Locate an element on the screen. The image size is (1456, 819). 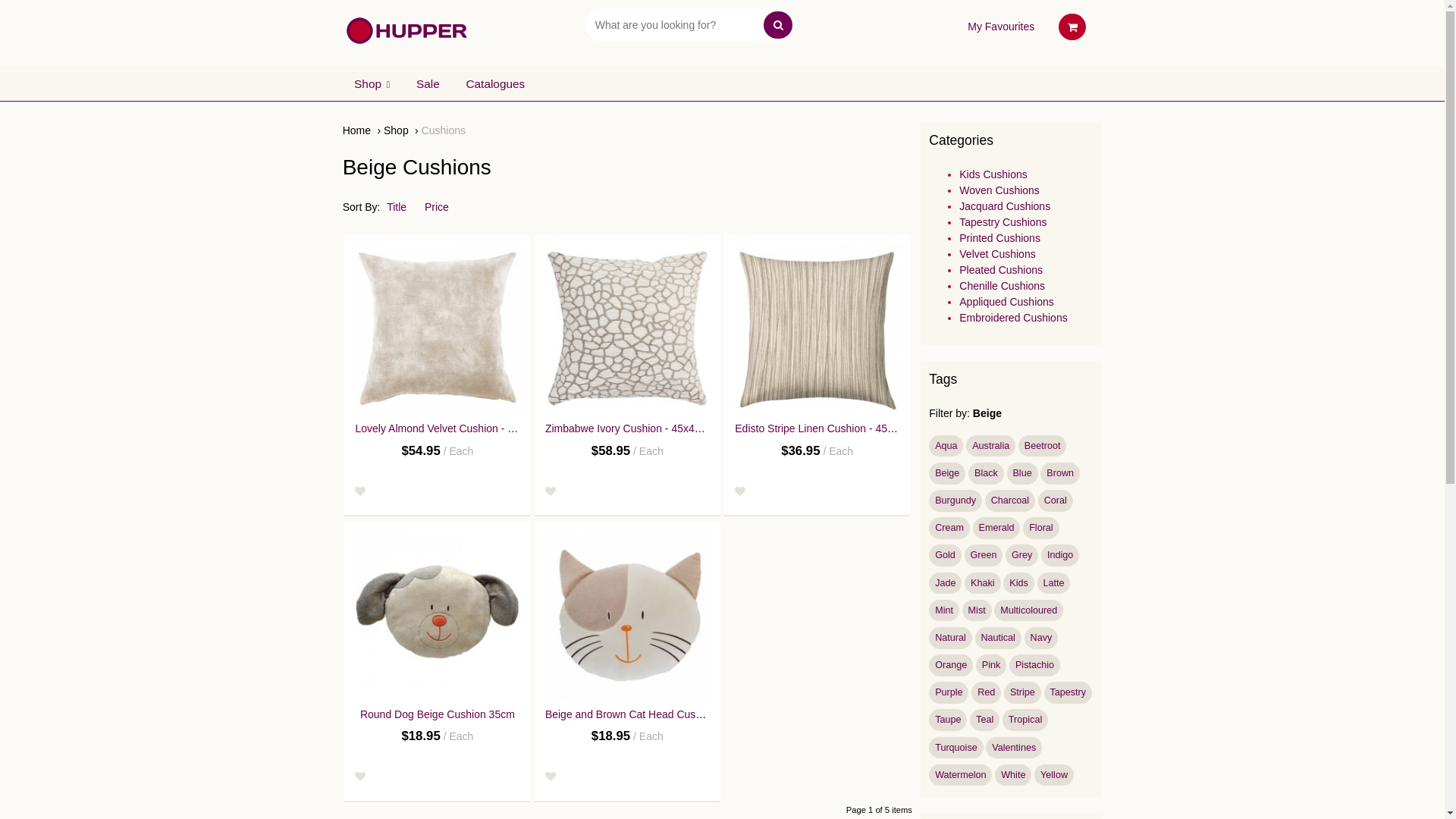
'Beetroot' is located at coordinates (1041, 445).